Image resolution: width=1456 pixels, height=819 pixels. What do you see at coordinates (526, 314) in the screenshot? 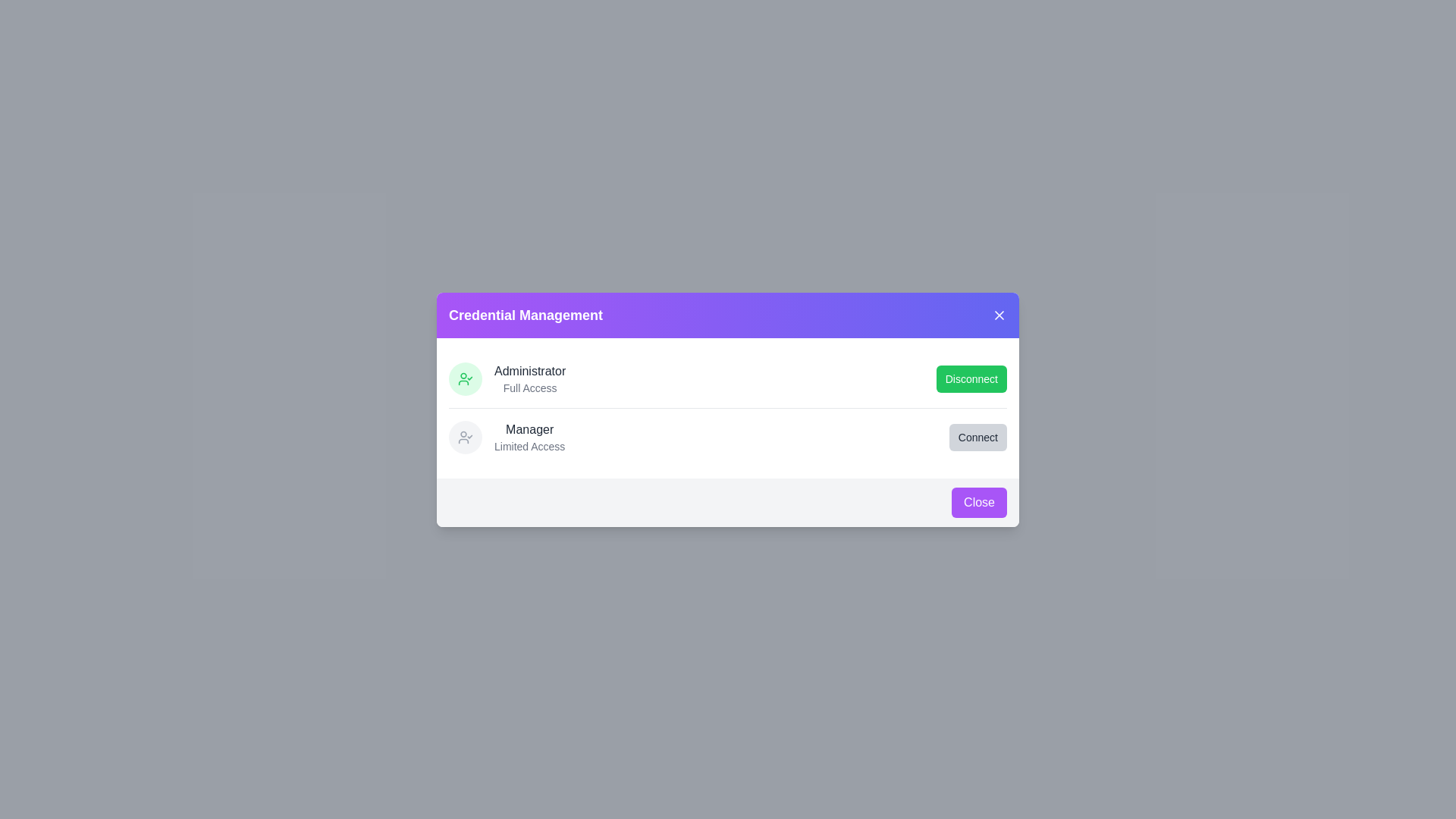
I see `the section title text label that provides context about credential management, located at the top portion of the dialog box, left of the 'close' button` at bounding box center [526, 314].